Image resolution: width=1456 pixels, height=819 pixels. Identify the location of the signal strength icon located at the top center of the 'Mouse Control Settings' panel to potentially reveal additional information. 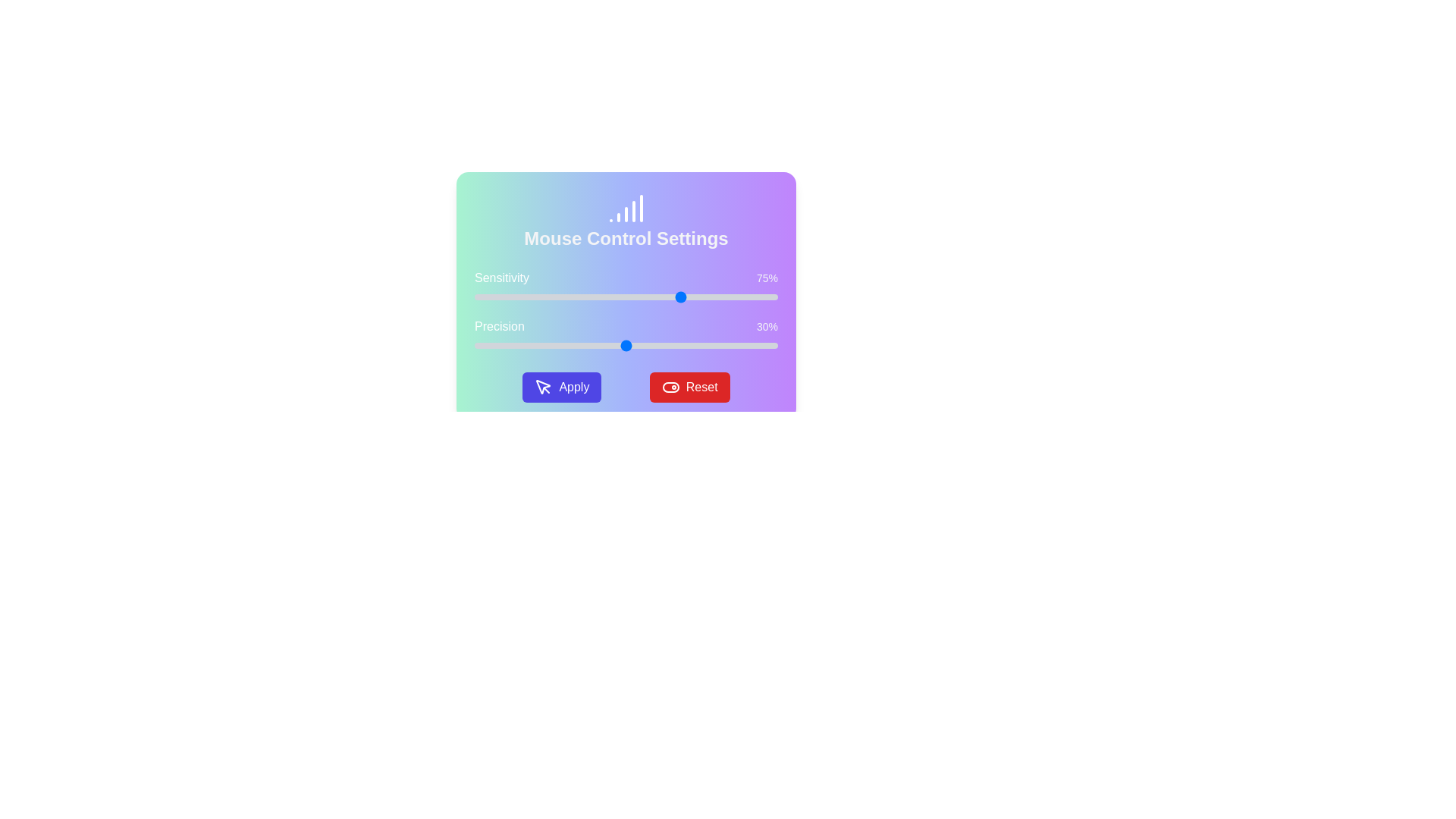
(626, 208).